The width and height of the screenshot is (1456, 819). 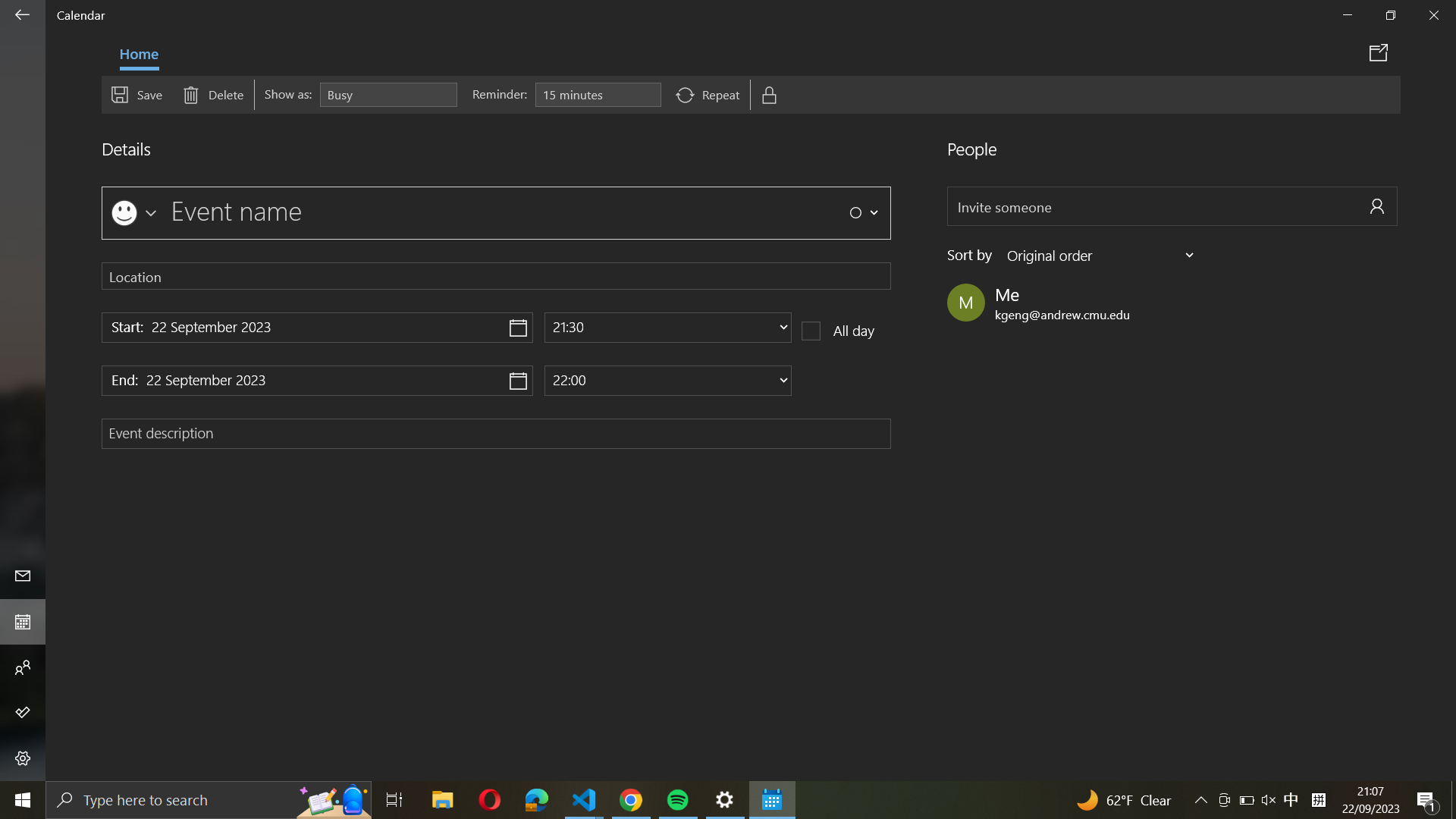 I want to click on Update the event"s start date to "22 December 2020", so click(x=316, y=327).